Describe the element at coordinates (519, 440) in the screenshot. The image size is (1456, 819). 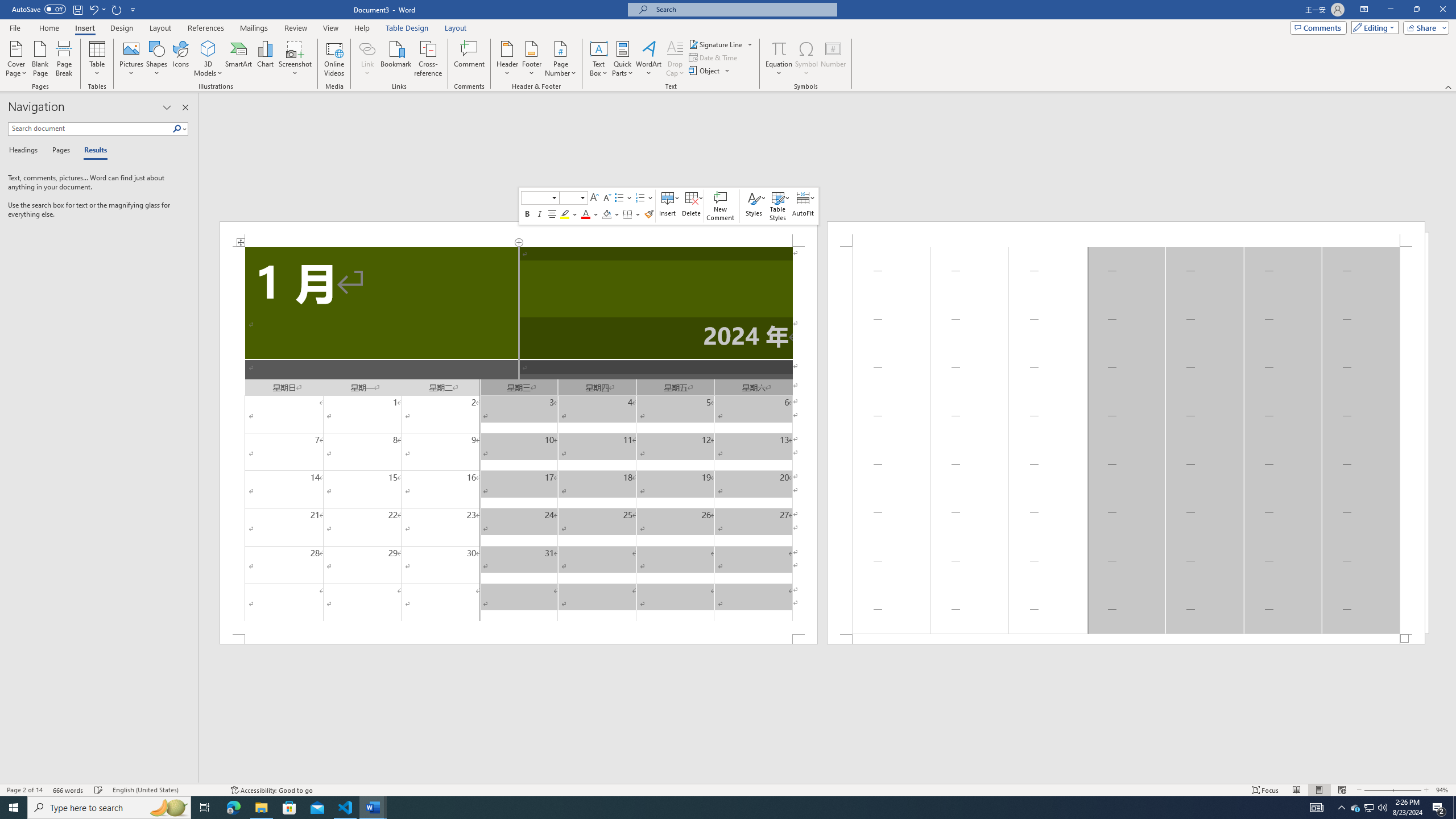
I see `'Page 1 content'` at that location.